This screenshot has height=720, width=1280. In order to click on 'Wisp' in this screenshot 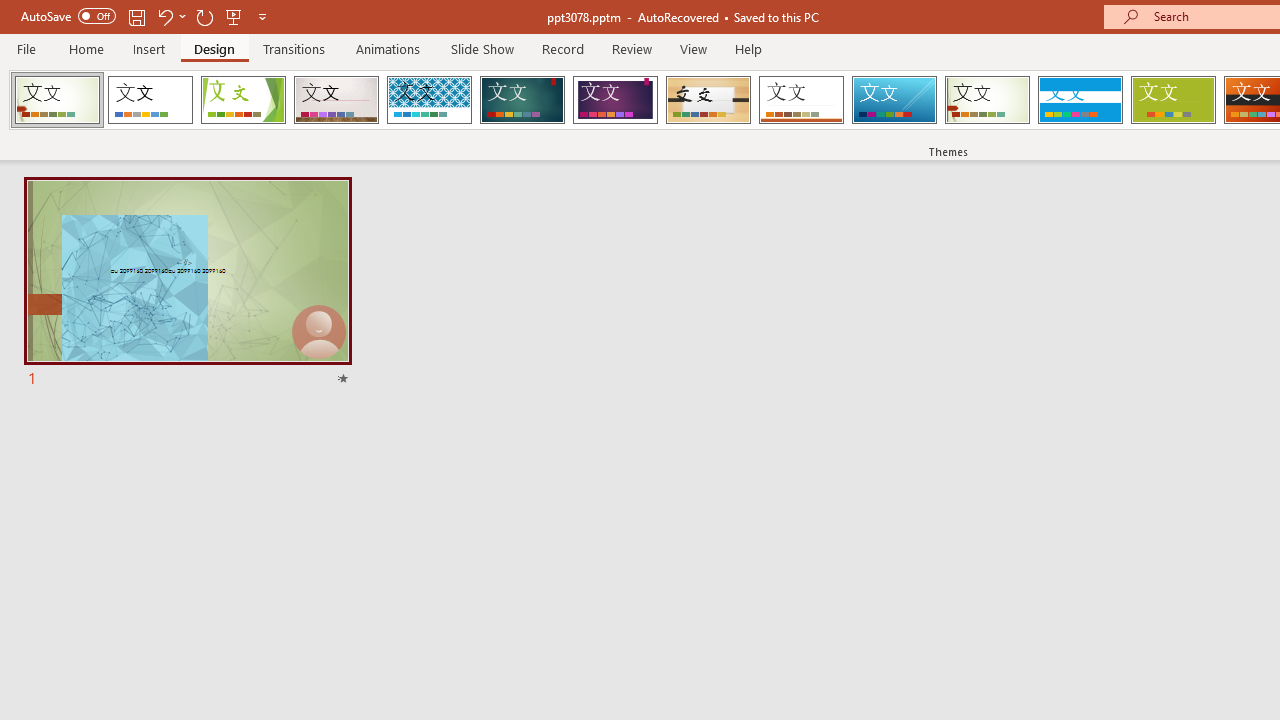, I will do `click(987, 100)`.